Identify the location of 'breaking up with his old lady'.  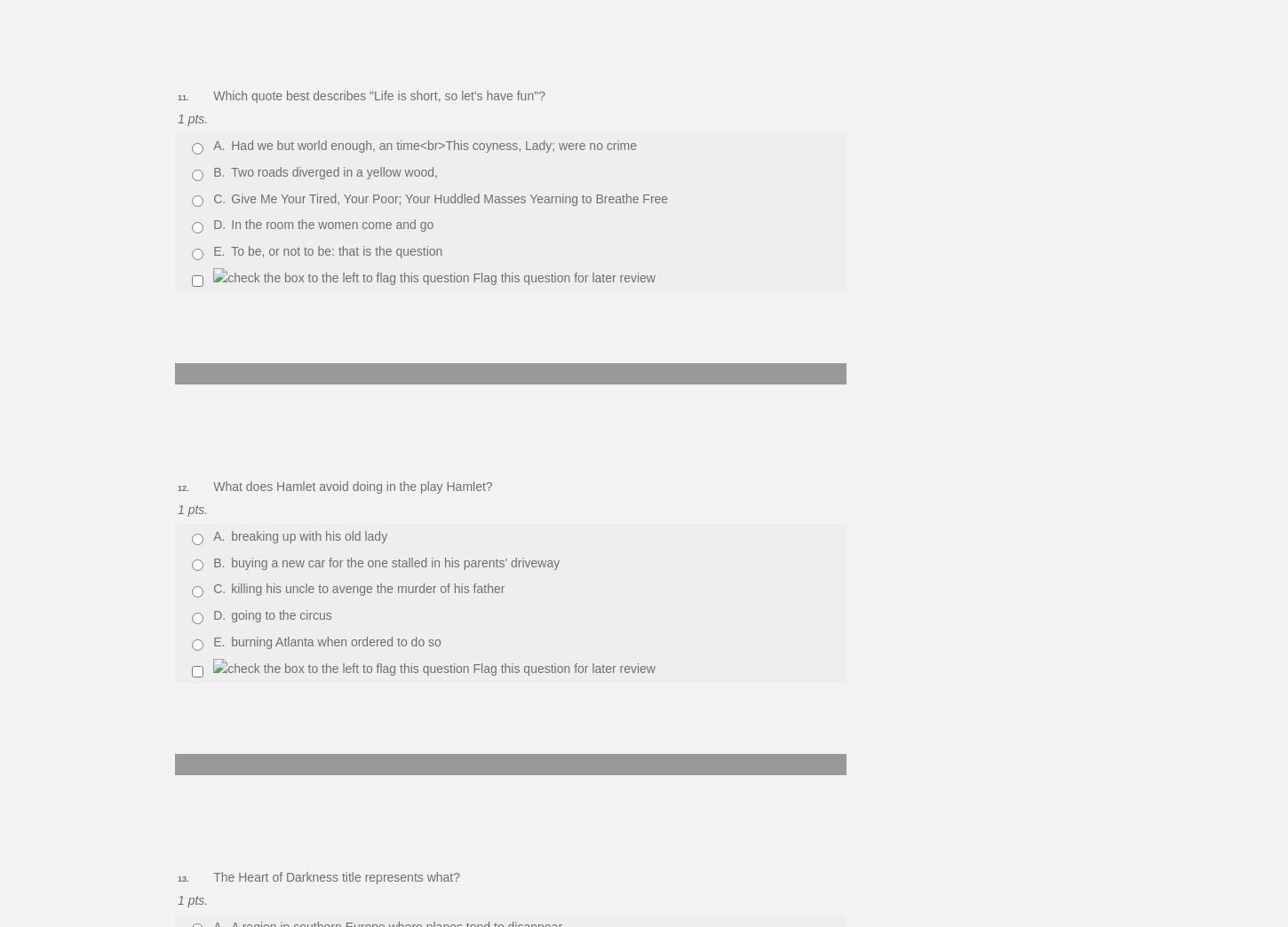
(309, 535).